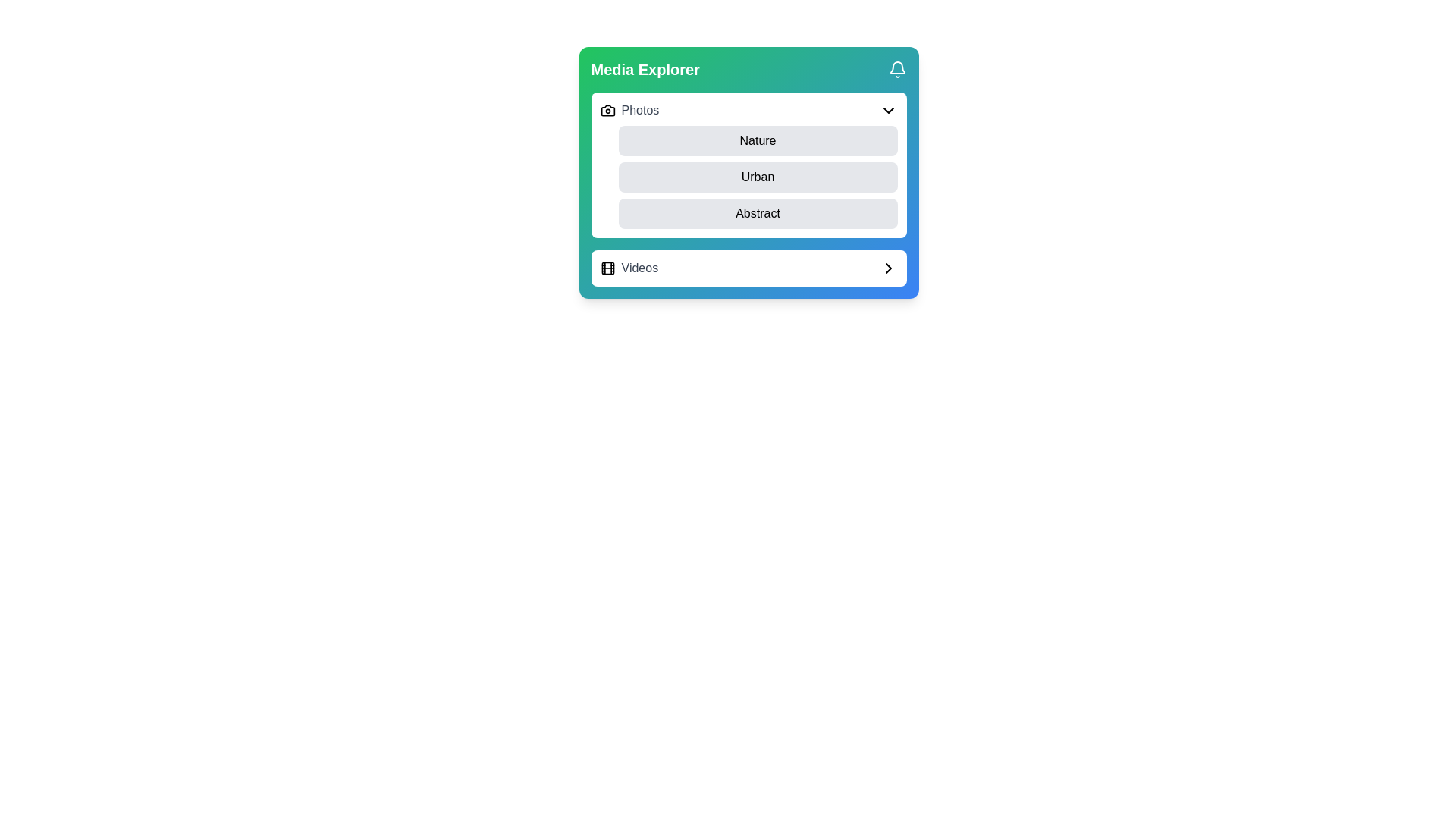 Image resolution: width=1456 pixels, height=819 pixels. Describe the element at coordinates (607, 110) in the screenshot. I see `camera icon located in the 'Photos' section of the 'Media Explorer' card, positioned on the left side of the dropdown bar labeled 'Photos'` at that location.